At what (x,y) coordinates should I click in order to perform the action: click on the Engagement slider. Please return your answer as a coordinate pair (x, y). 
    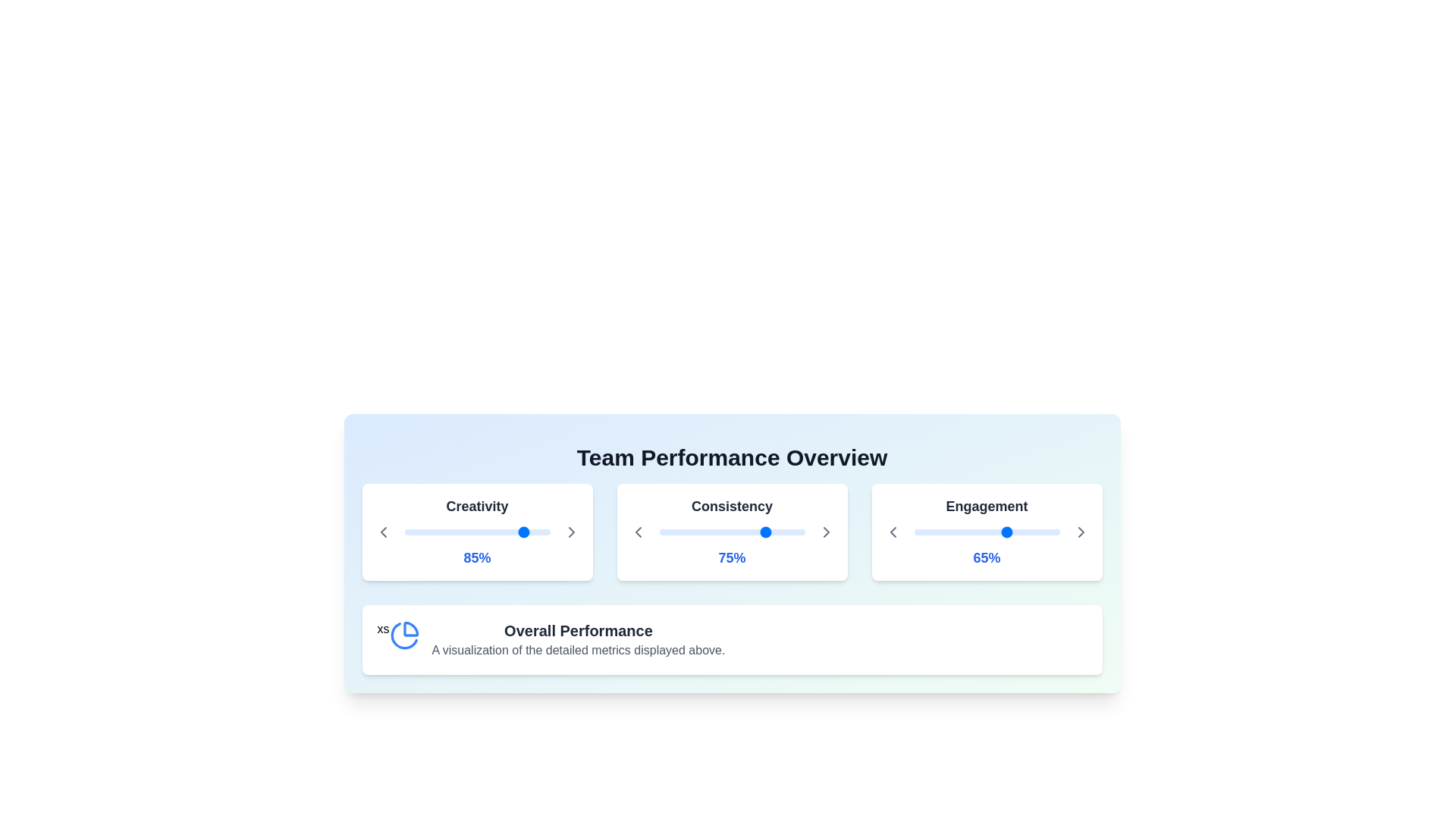
    Looking at the image, I should click on (1051, 532).